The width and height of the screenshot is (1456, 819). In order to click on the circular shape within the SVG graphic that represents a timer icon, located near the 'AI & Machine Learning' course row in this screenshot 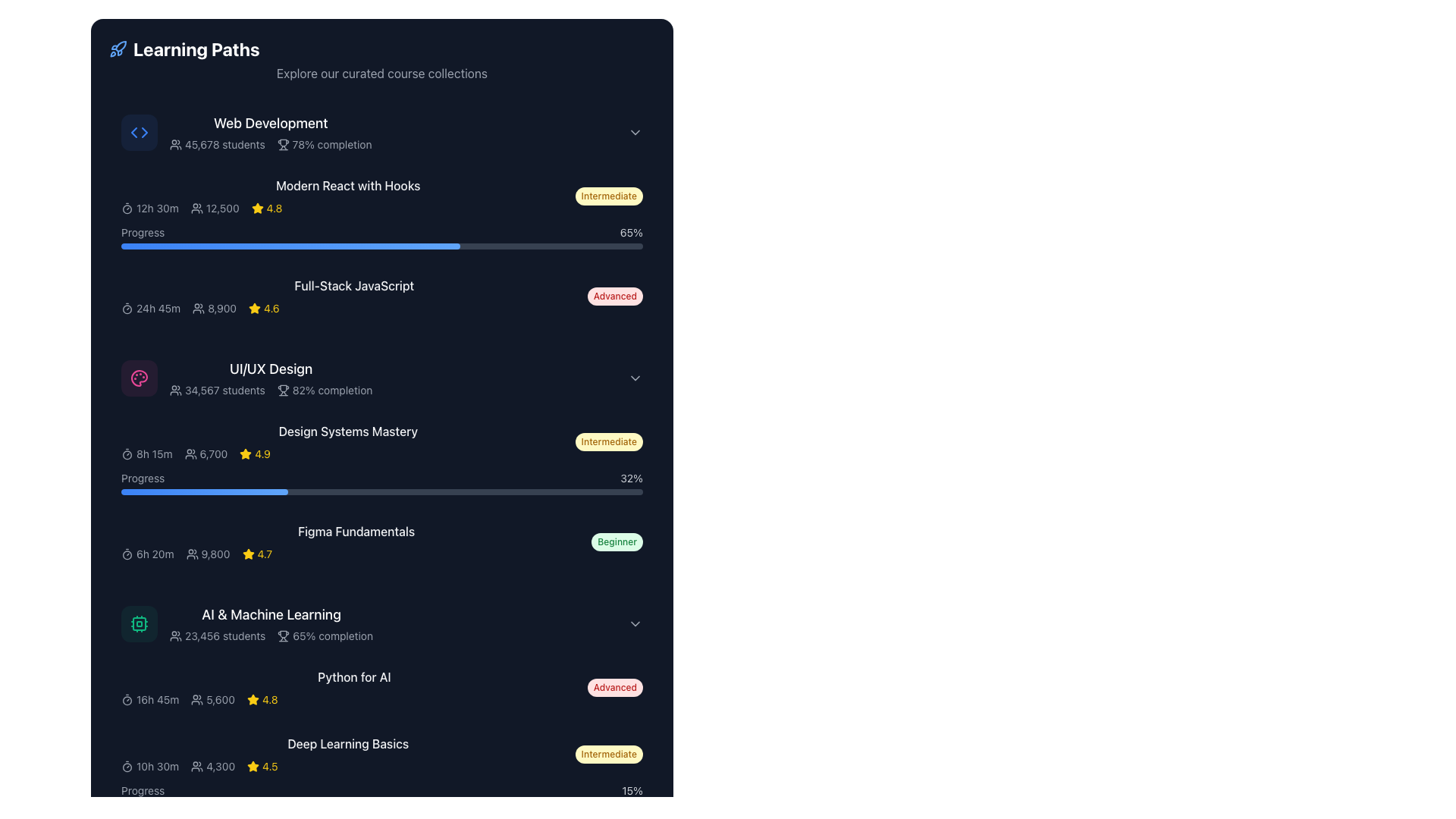, I will do `click(127, 701)`.